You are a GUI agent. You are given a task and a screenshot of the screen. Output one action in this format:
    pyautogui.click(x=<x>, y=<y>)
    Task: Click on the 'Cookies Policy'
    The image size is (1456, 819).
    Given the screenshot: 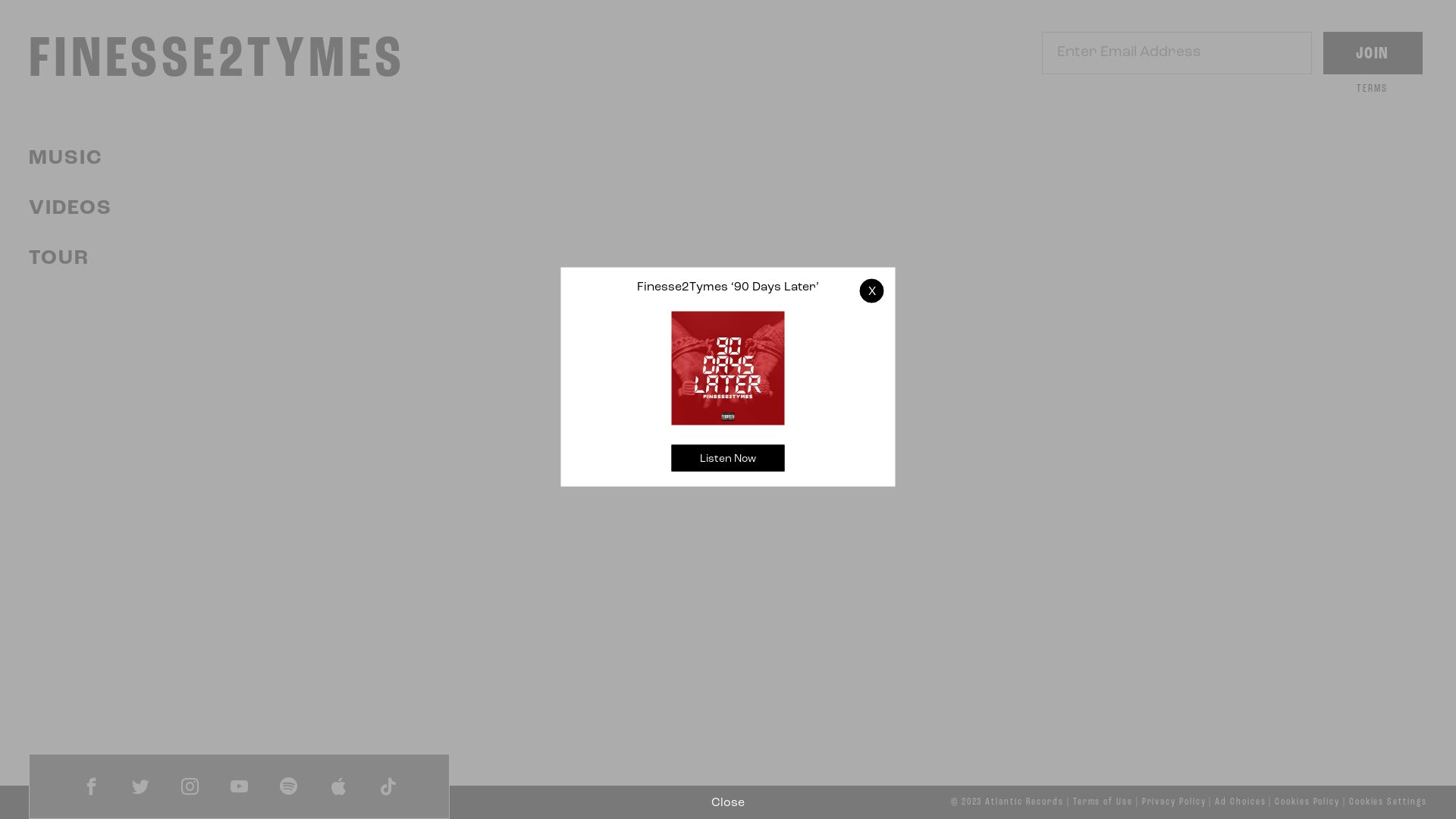 What is the action you would take?
    pyautogui.click(x=1274, y=801)
    